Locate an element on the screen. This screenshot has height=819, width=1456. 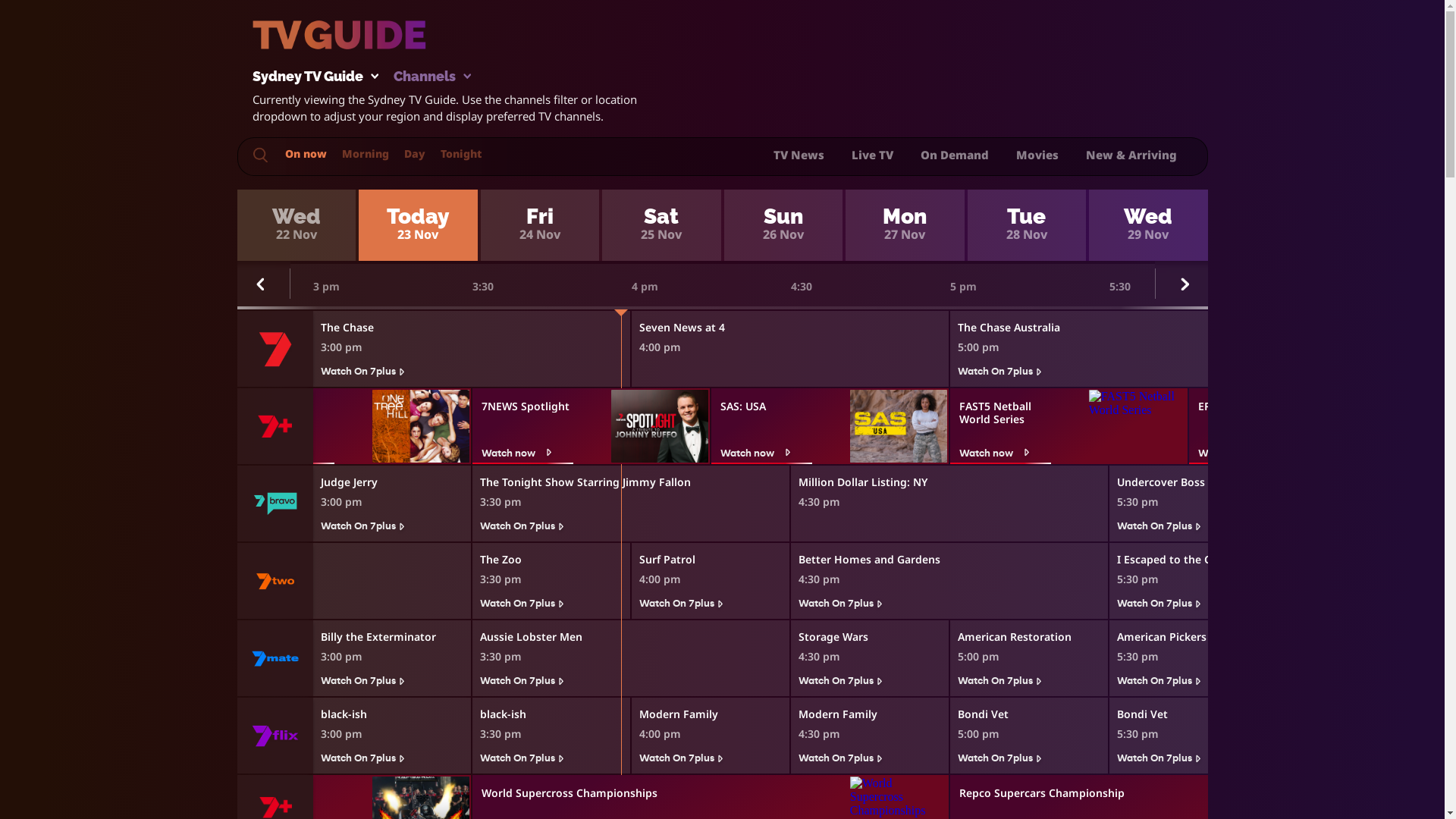
'On Demand' is located at coordinates (953, 155).